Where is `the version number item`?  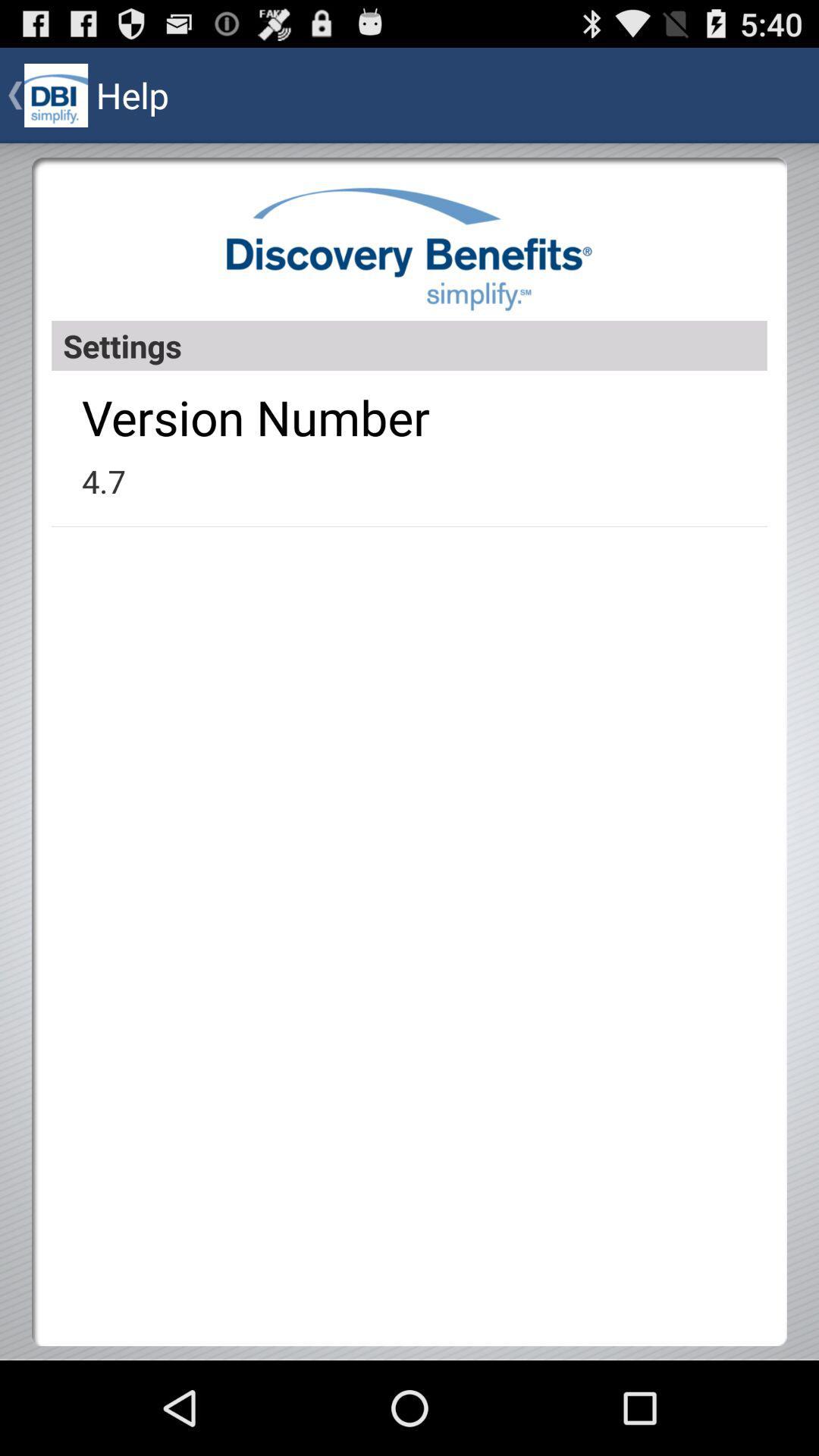
the version number item is located at coordinates (255, 417).